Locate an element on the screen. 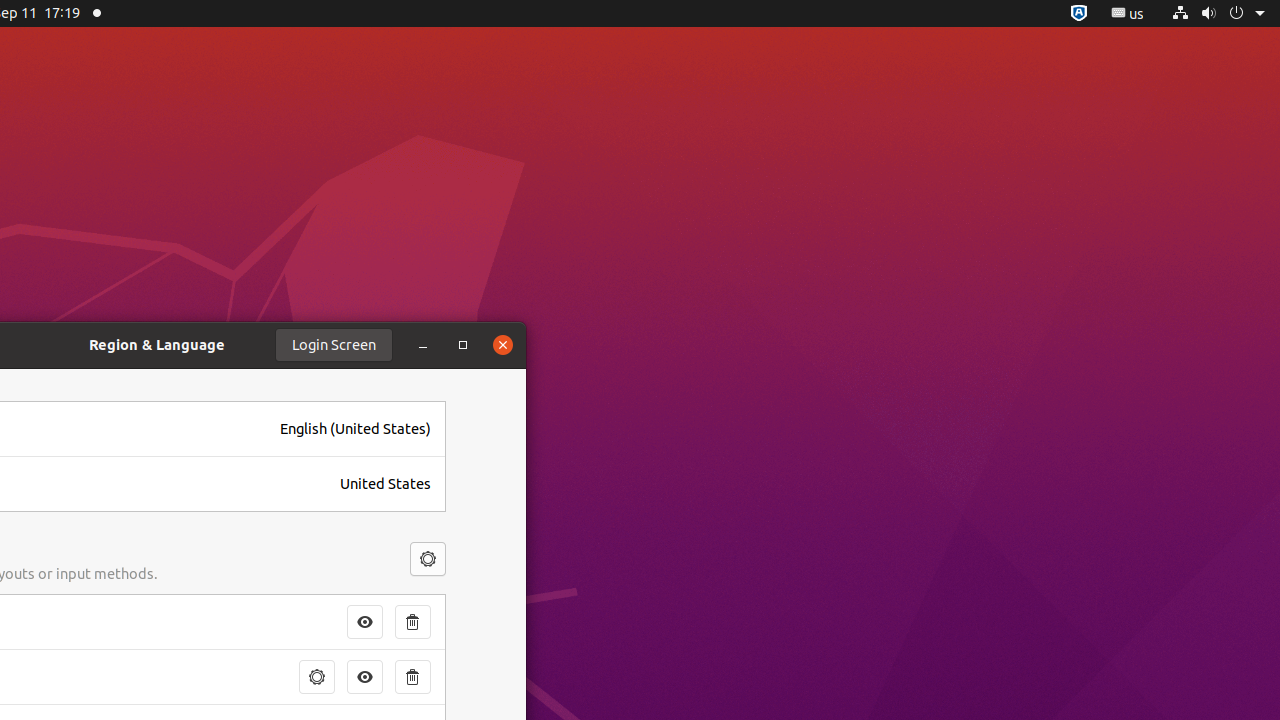 This screenshot has width=1280, height=720. 'Maximize' is located at coordinates (461, 344).